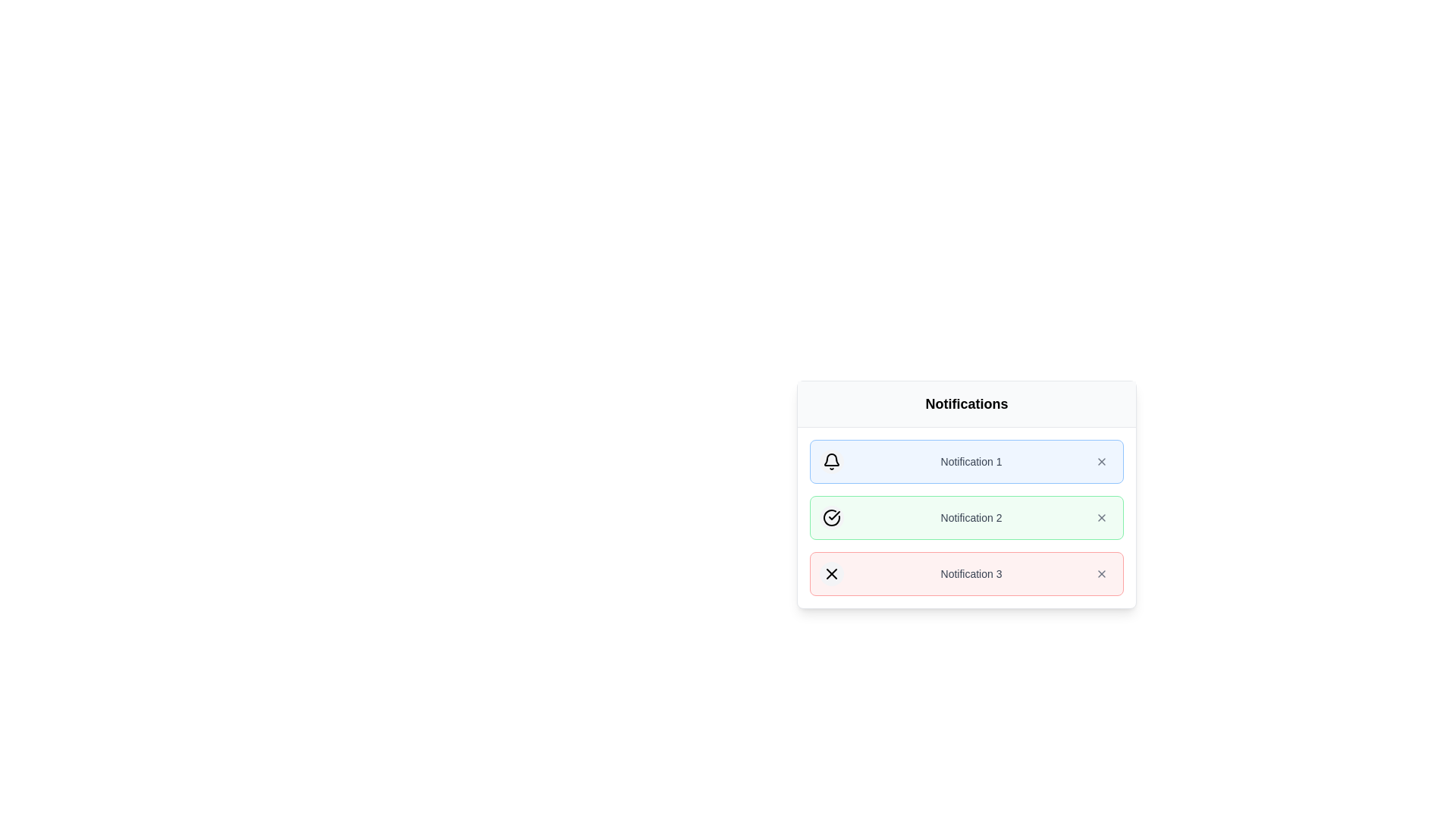  What do you see at coordinates (1102, 573) in the screenshot?
I see `the small, outlined 'X' icon in the notification list's second entry` at bounding box center [1102, 573].